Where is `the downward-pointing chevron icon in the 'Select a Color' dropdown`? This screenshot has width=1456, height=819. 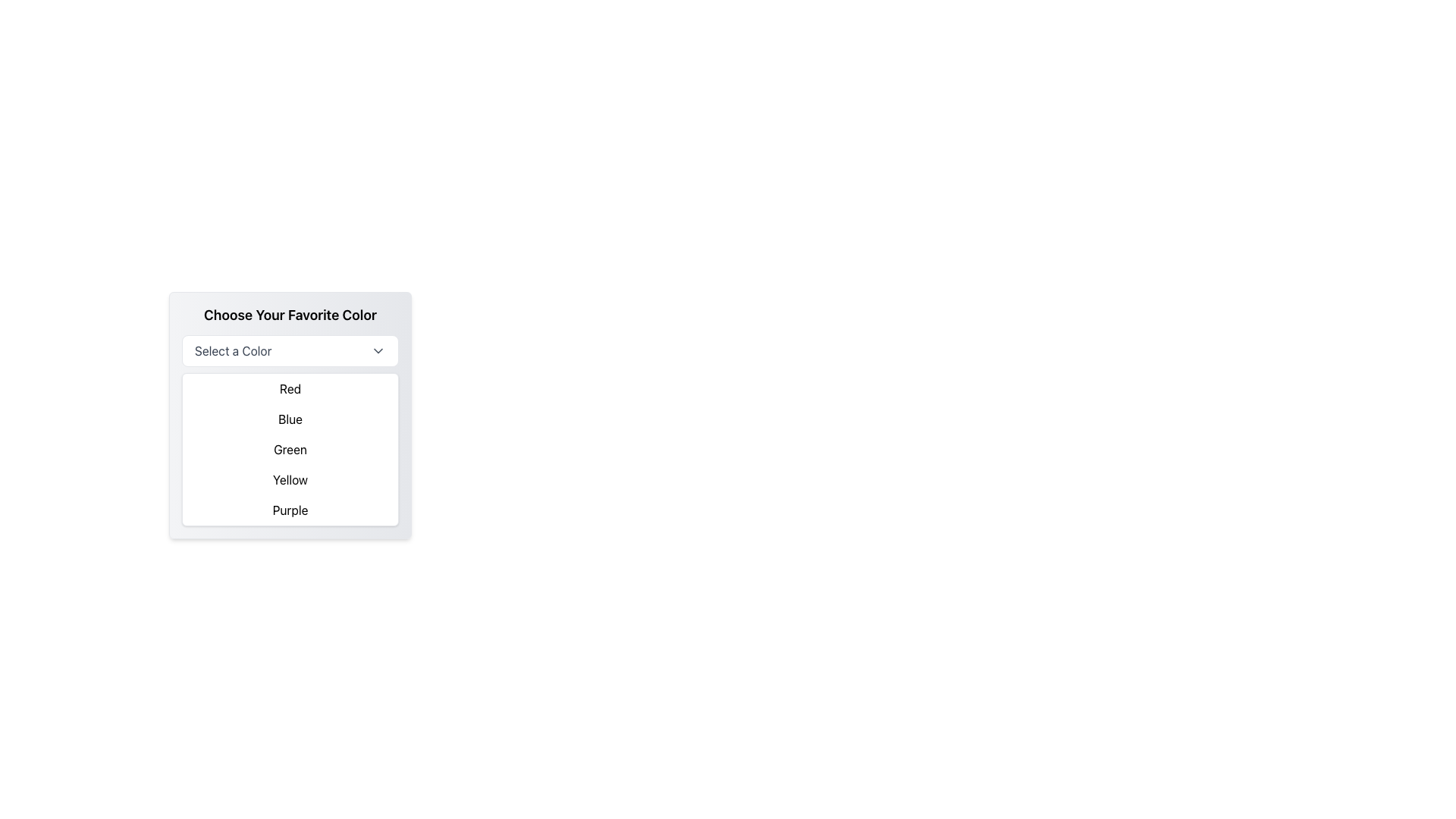 the downward-pointing chevron icon in the 'Select a Color' dropdown is located at coordinates (378, 350).